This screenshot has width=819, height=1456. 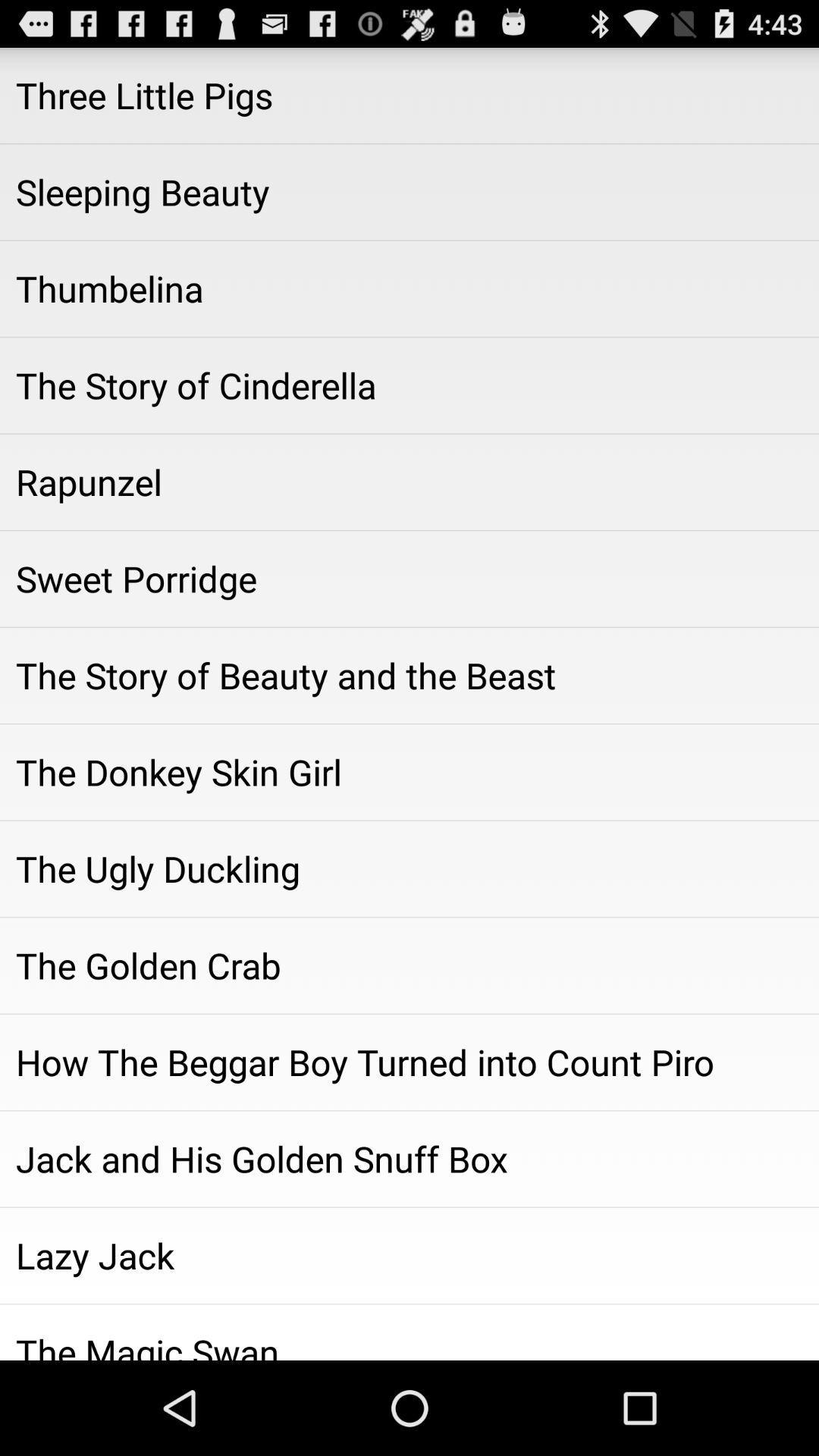 What do you see at coordinates (409, 1256) in the screenshot?
I see `app above the the magic swan app` at bounding box center [409, 1256].